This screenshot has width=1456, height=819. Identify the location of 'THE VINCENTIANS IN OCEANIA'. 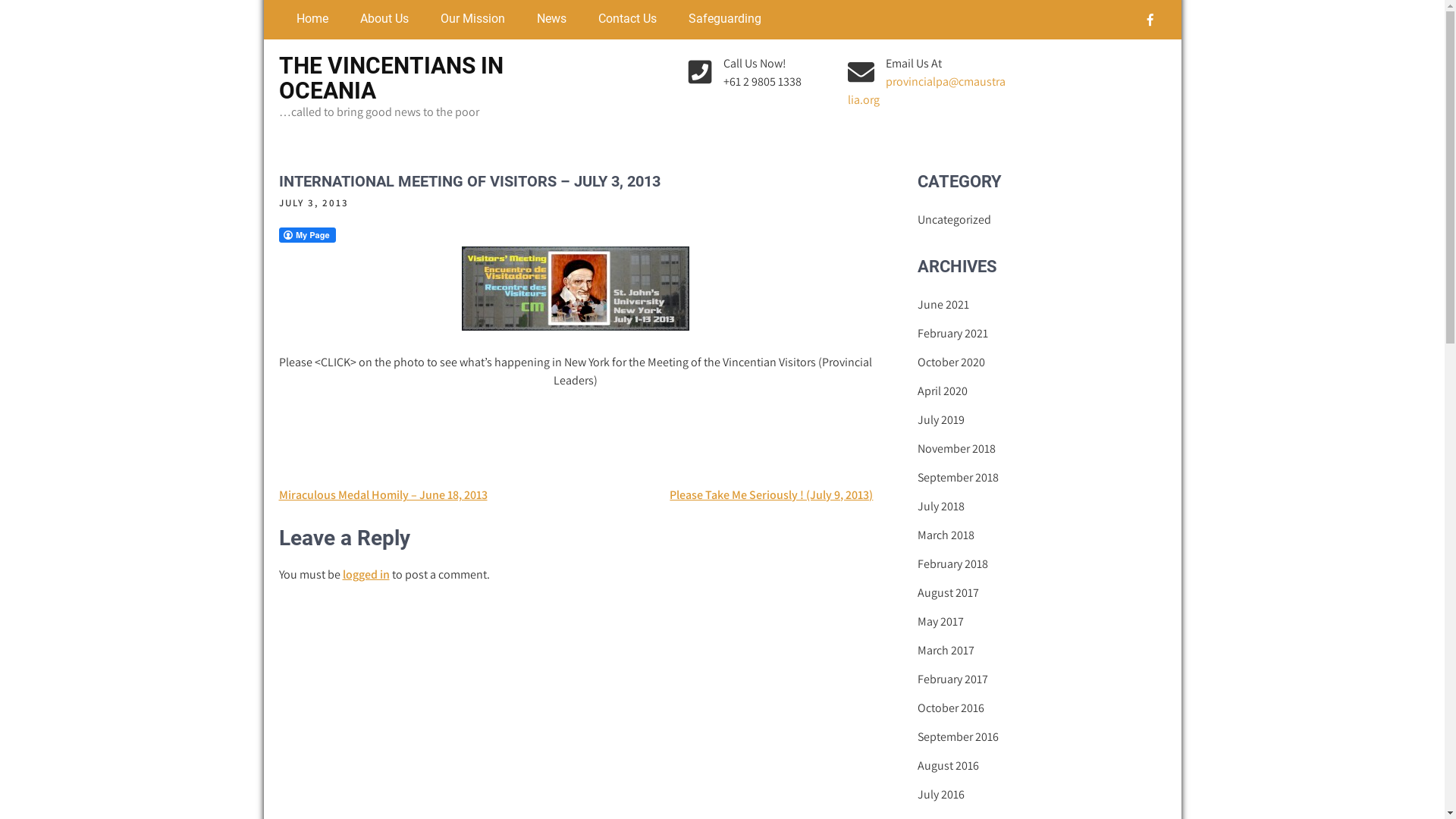
(391, 78).